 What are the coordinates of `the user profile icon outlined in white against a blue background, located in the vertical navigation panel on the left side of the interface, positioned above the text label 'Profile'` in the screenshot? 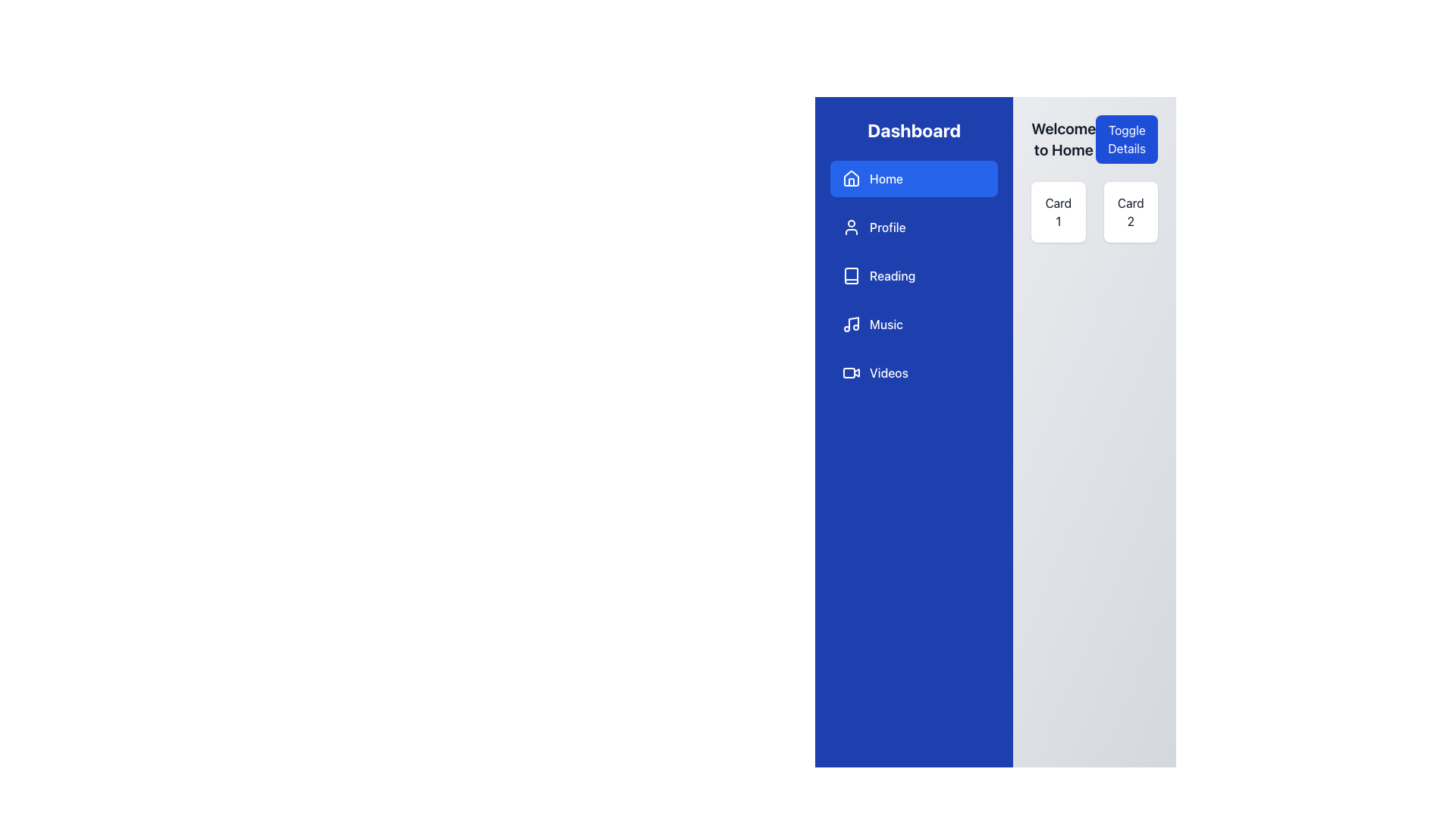 It's located at (852, 227).